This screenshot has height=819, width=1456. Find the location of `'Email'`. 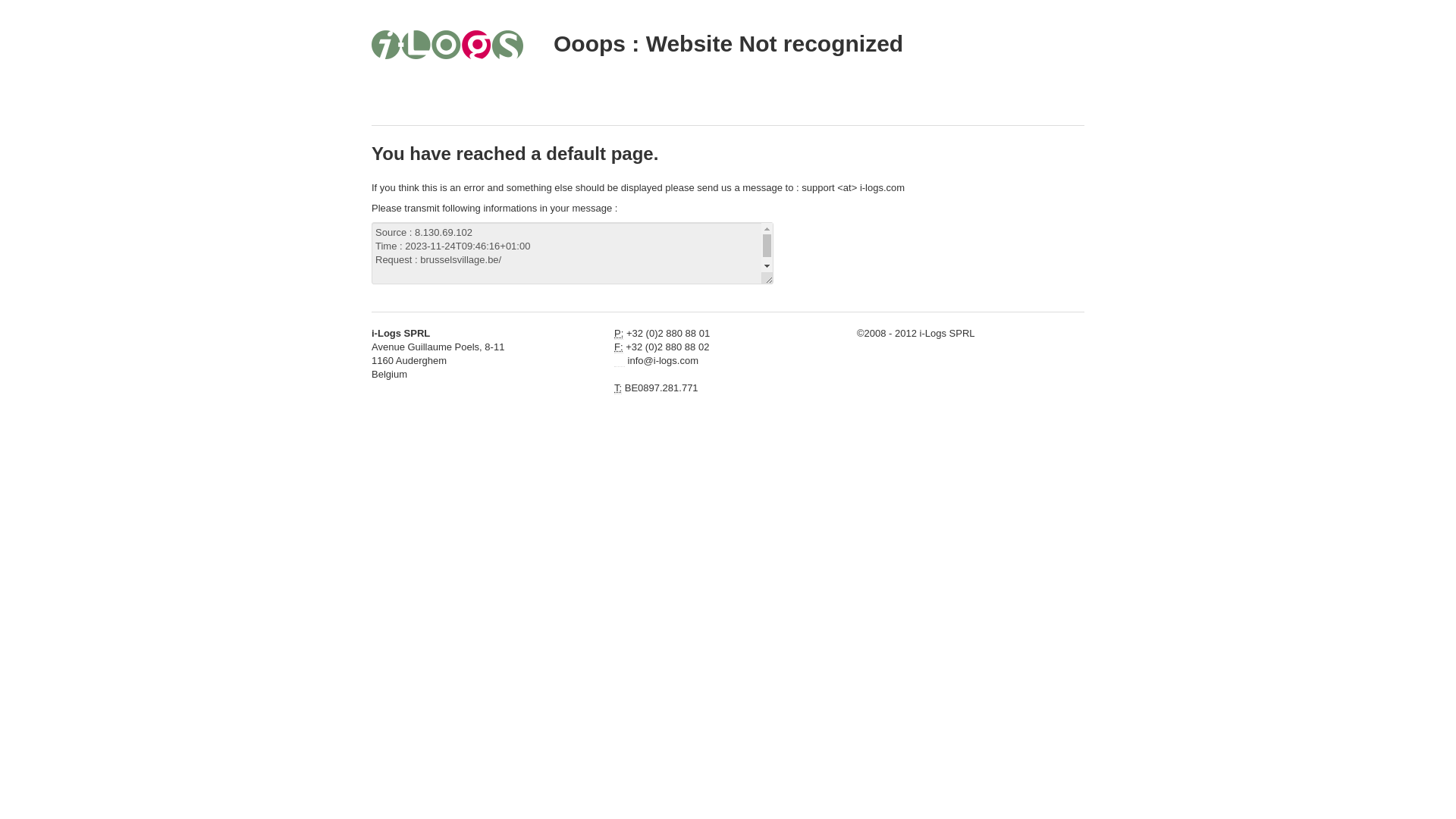

'Email' is located at coordinates (614, 360).